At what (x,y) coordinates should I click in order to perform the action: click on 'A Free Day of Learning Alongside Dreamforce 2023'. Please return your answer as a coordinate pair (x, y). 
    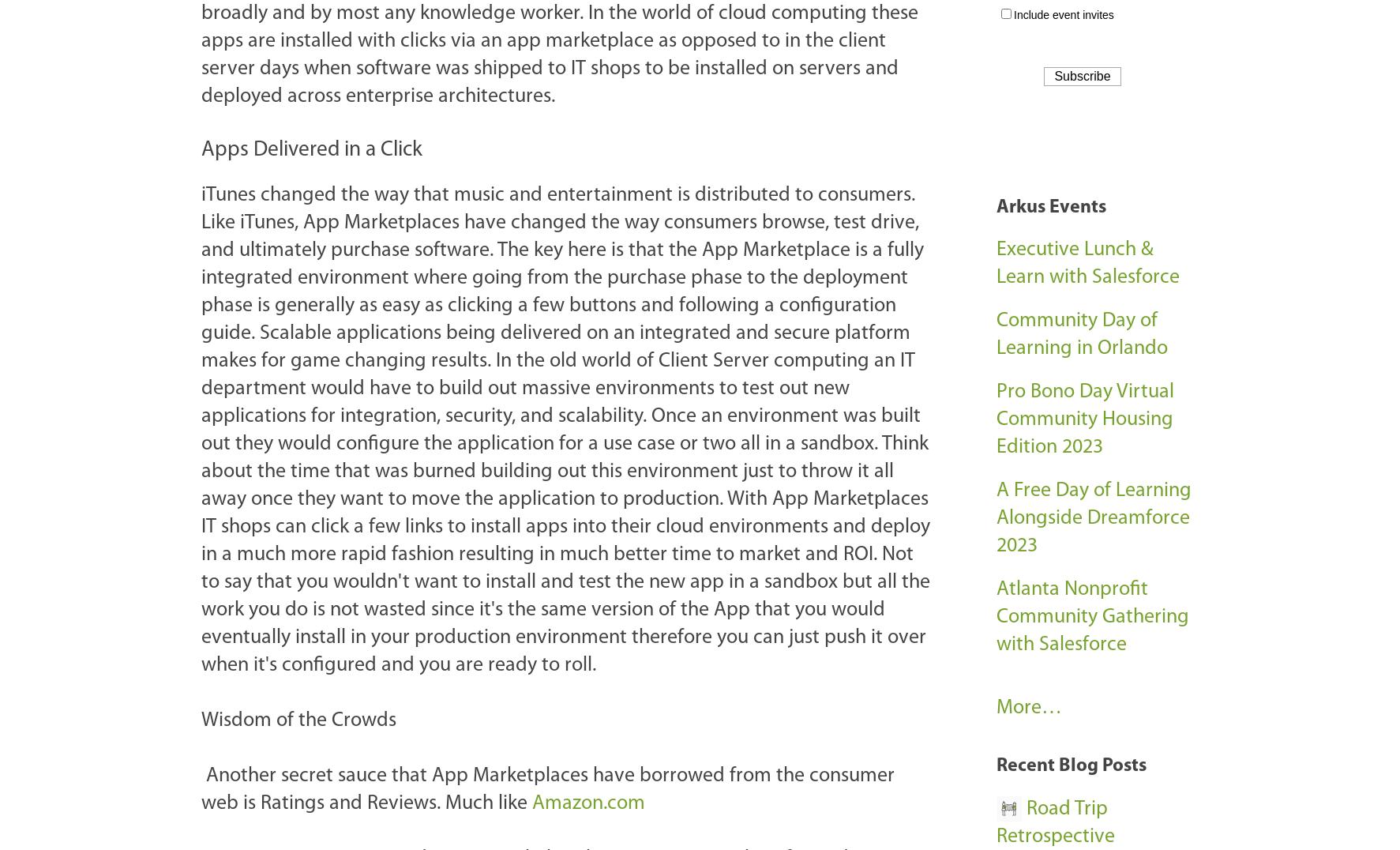
    Looking at the image, I should click on (1093, 517).